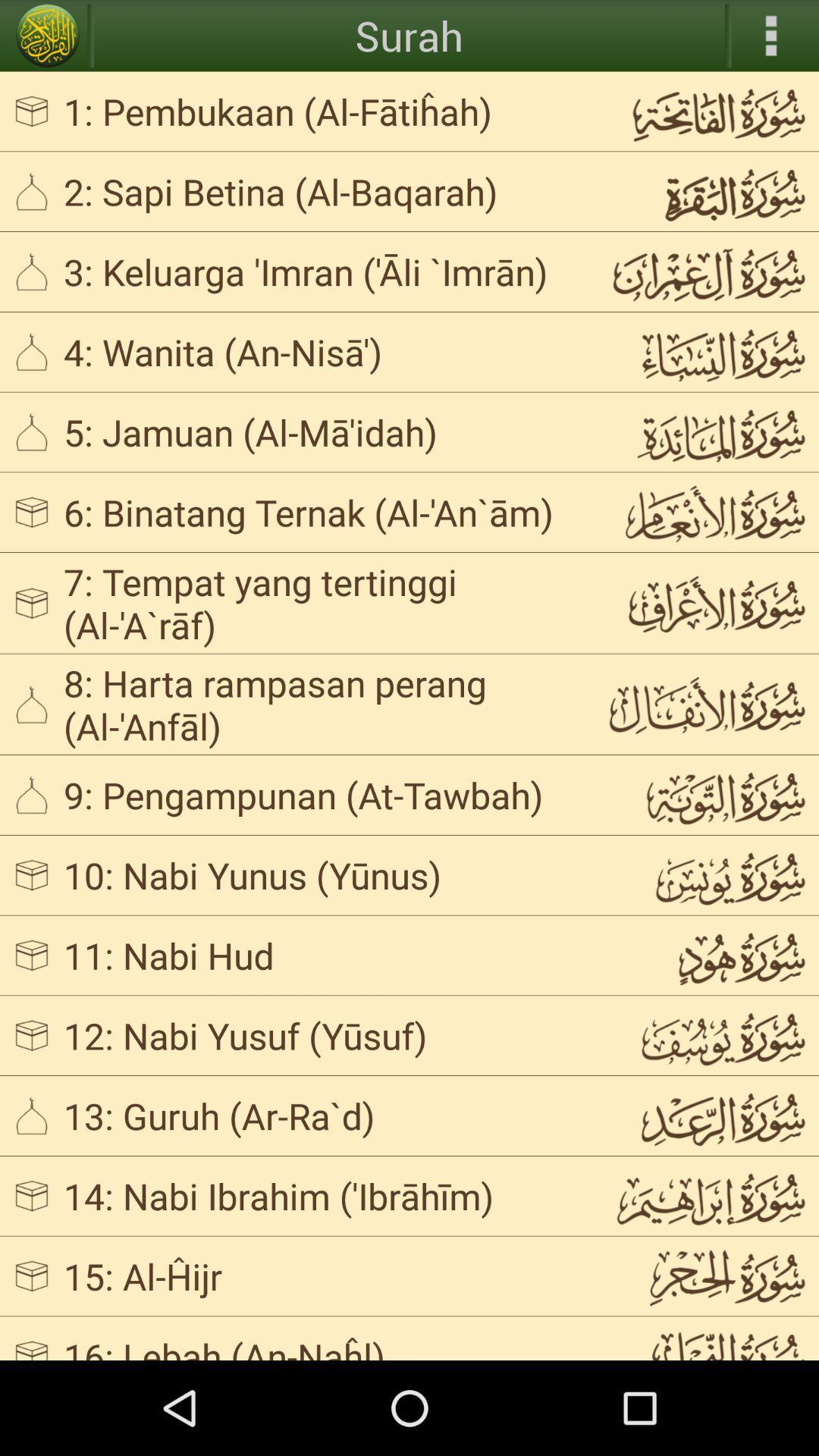 Image resolution: width=819 pixels, height=1456 pixels. I want to click on the 6 binatang ternak icon, so click(322, 512).